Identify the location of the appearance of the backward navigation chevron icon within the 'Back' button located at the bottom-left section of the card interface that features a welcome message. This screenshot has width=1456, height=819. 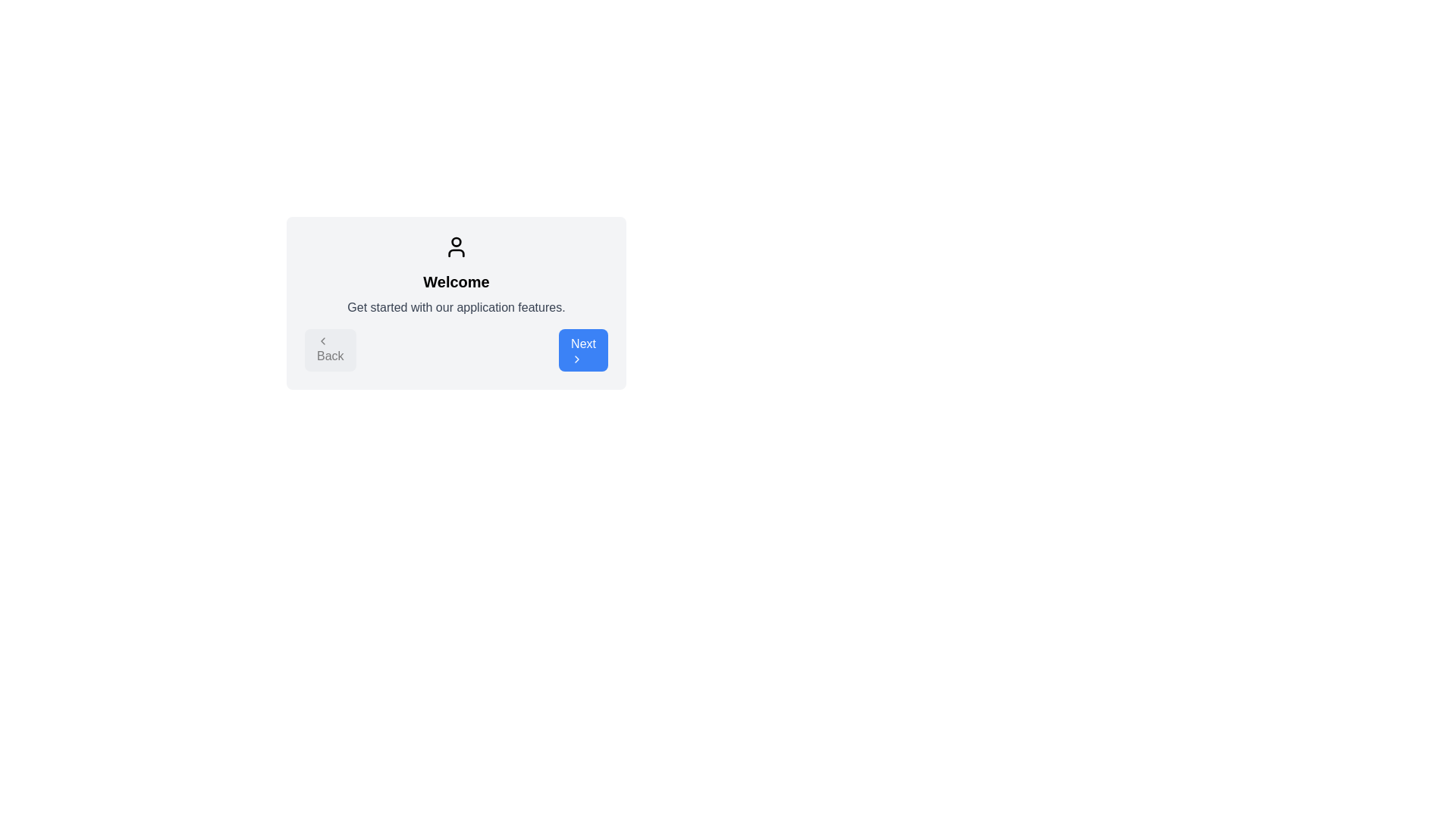
(322, 341).